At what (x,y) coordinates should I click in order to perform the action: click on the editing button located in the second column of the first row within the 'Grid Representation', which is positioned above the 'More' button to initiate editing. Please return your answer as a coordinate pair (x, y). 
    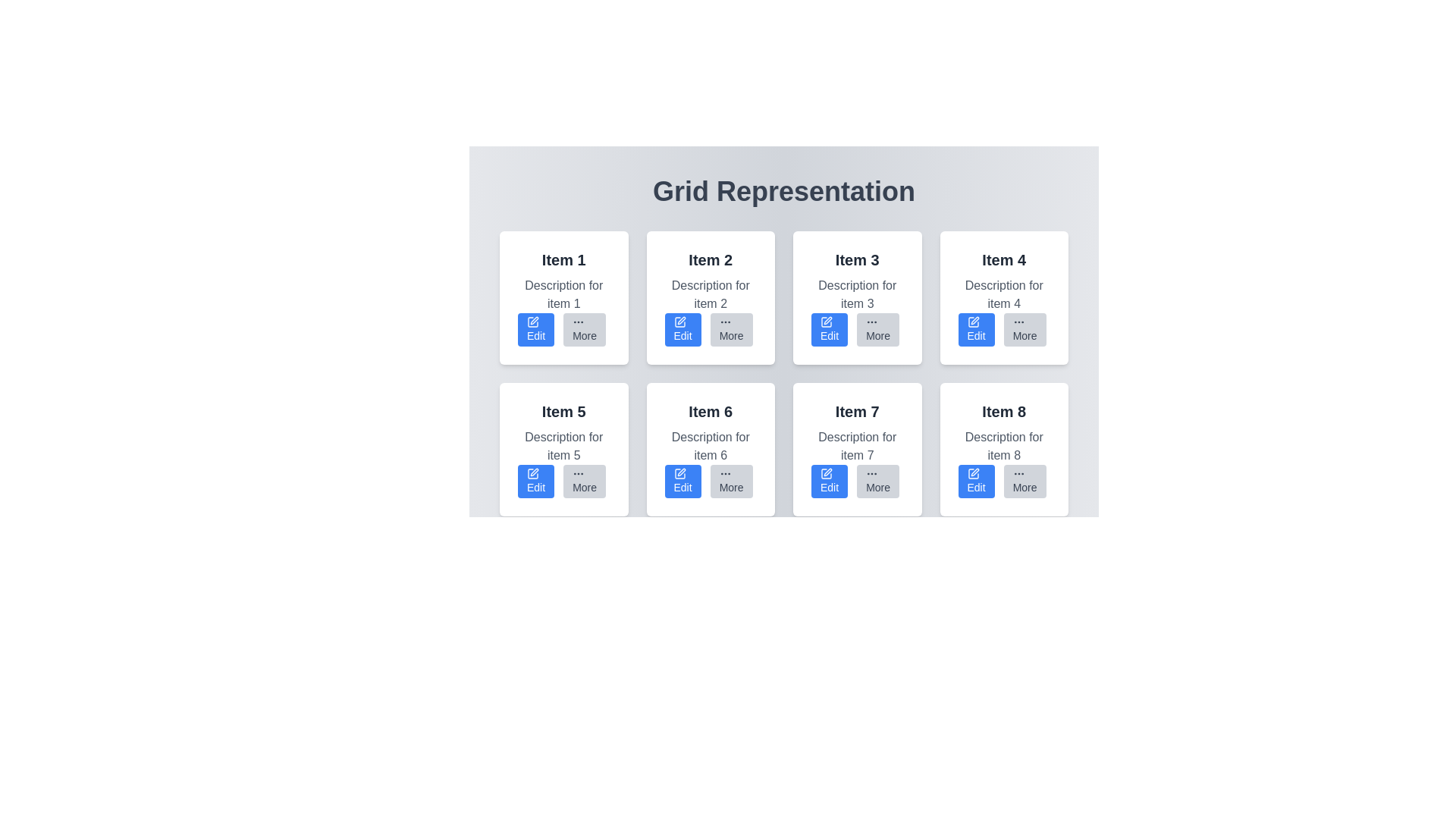
    Looking at the image, I should click on (682, 329).